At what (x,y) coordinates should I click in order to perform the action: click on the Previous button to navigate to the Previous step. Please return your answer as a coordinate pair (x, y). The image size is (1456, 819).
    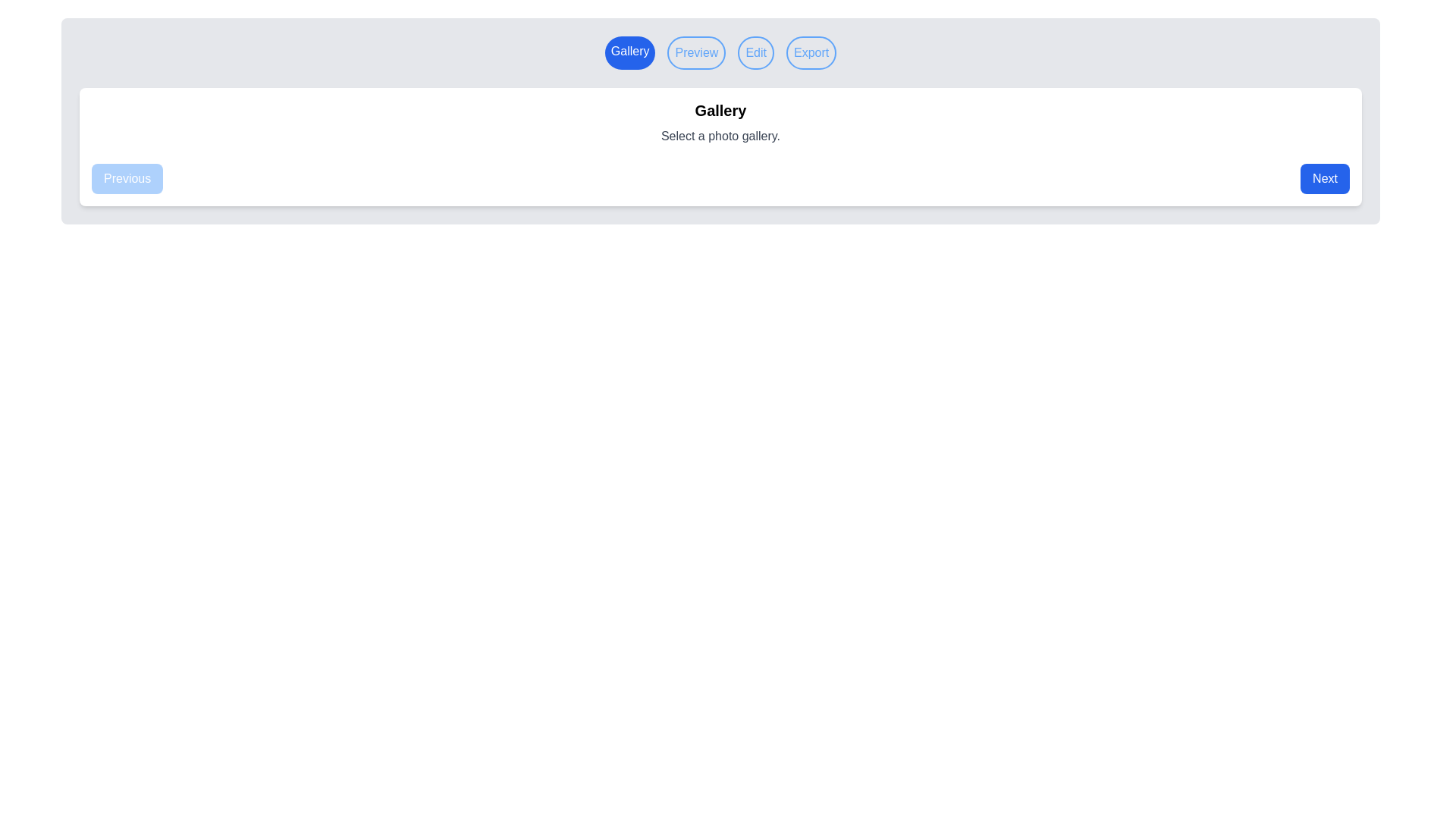
    Looking at the image, I should click on (127, 177).